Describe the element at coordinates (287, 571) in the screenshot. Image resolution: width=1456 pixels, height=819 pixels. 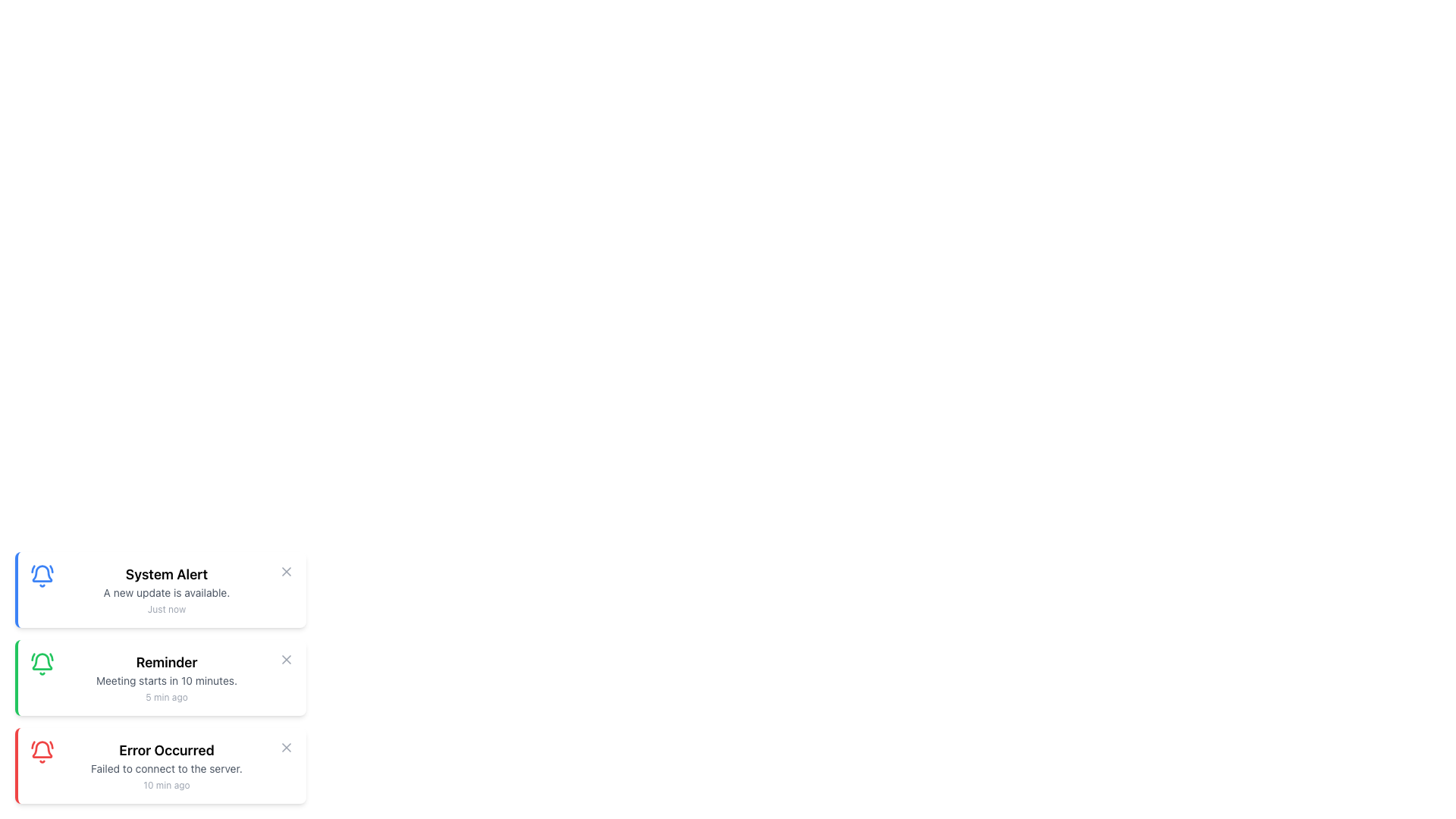
I see `the 'X' icon button in the top-right corner of the 'System Alert' notification card` at that location.